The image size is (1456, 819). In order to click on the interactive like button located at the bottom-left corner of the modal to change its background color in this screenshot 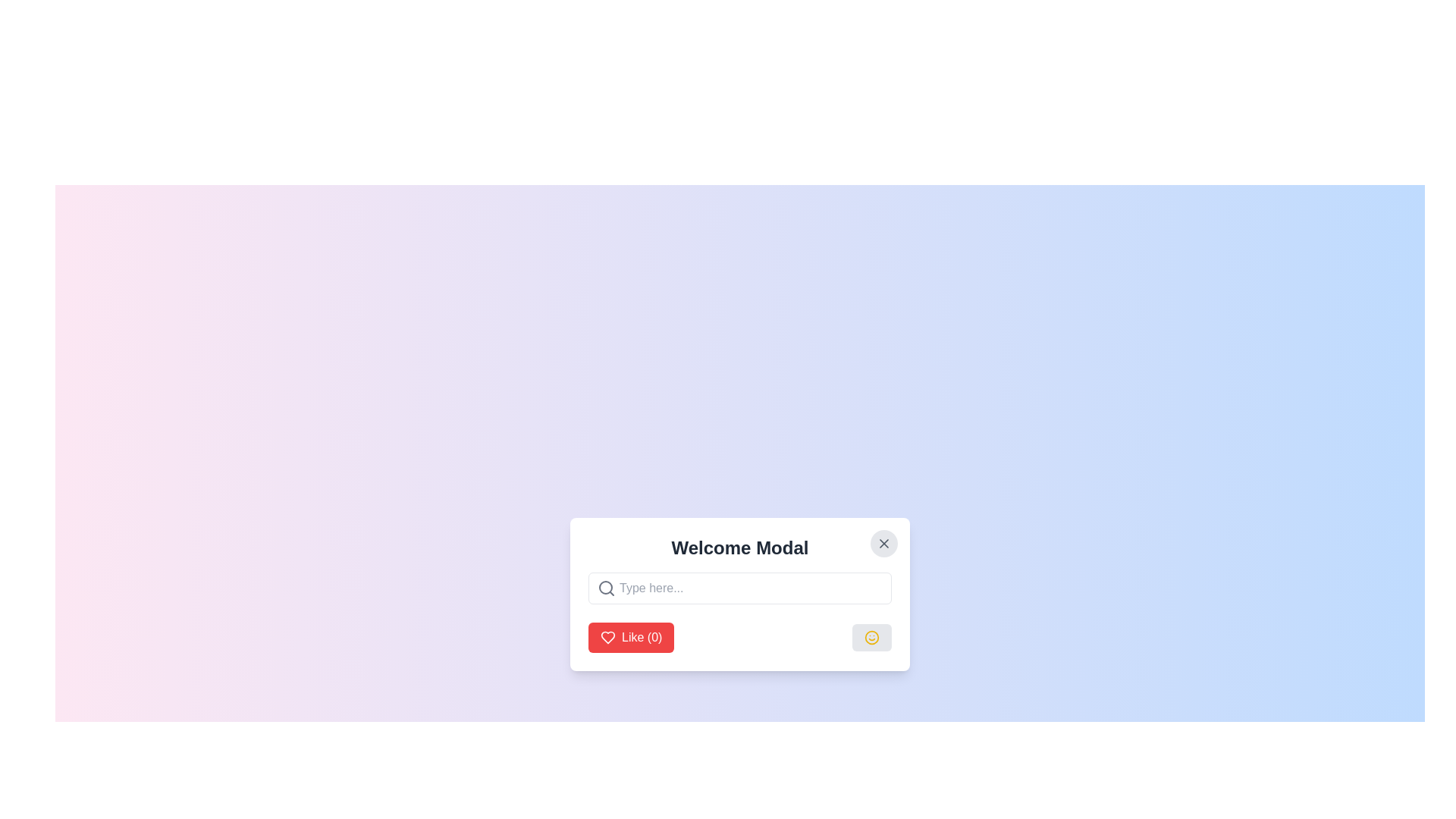, I will do `click(631, 637)`.